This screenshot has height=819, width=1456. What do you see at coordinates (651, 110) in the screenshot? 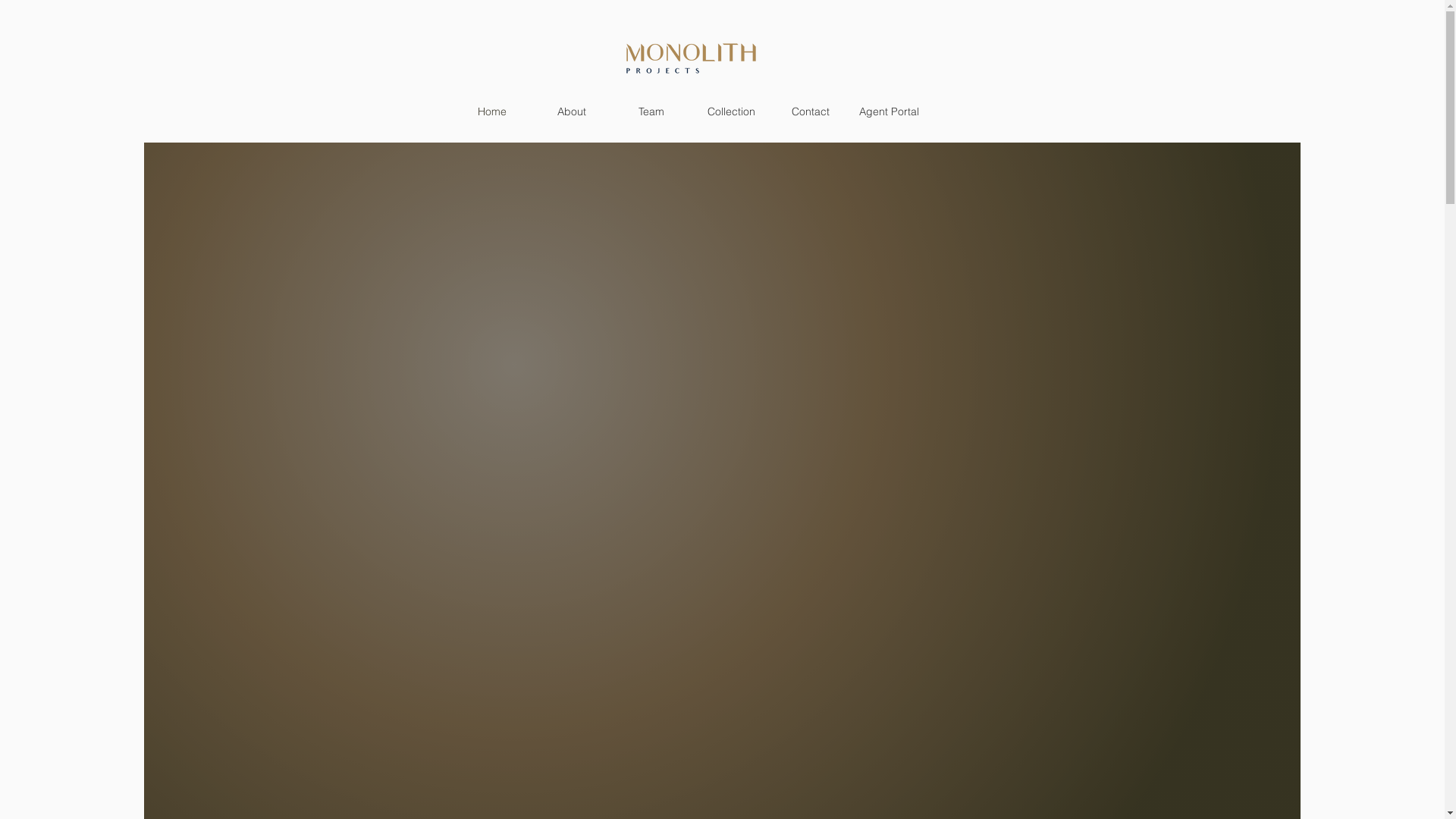
I see `'Team'` at bounding box center [651, 110].